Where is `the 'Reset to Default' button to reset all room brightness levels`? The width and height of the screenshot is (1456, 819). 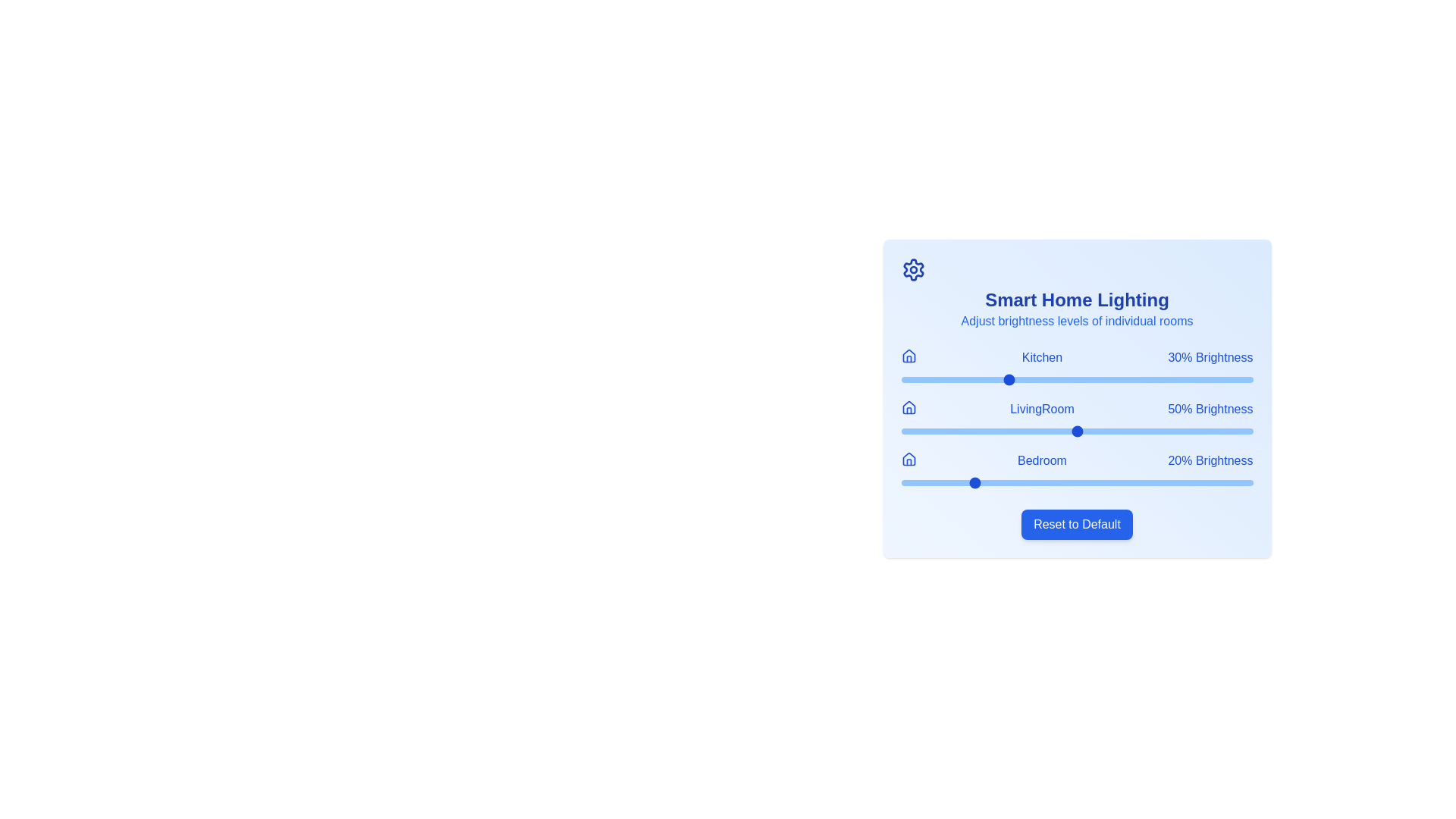
the 'Reset to Default' button to reset all room brightness levels is located at coordinates (1076, 523).